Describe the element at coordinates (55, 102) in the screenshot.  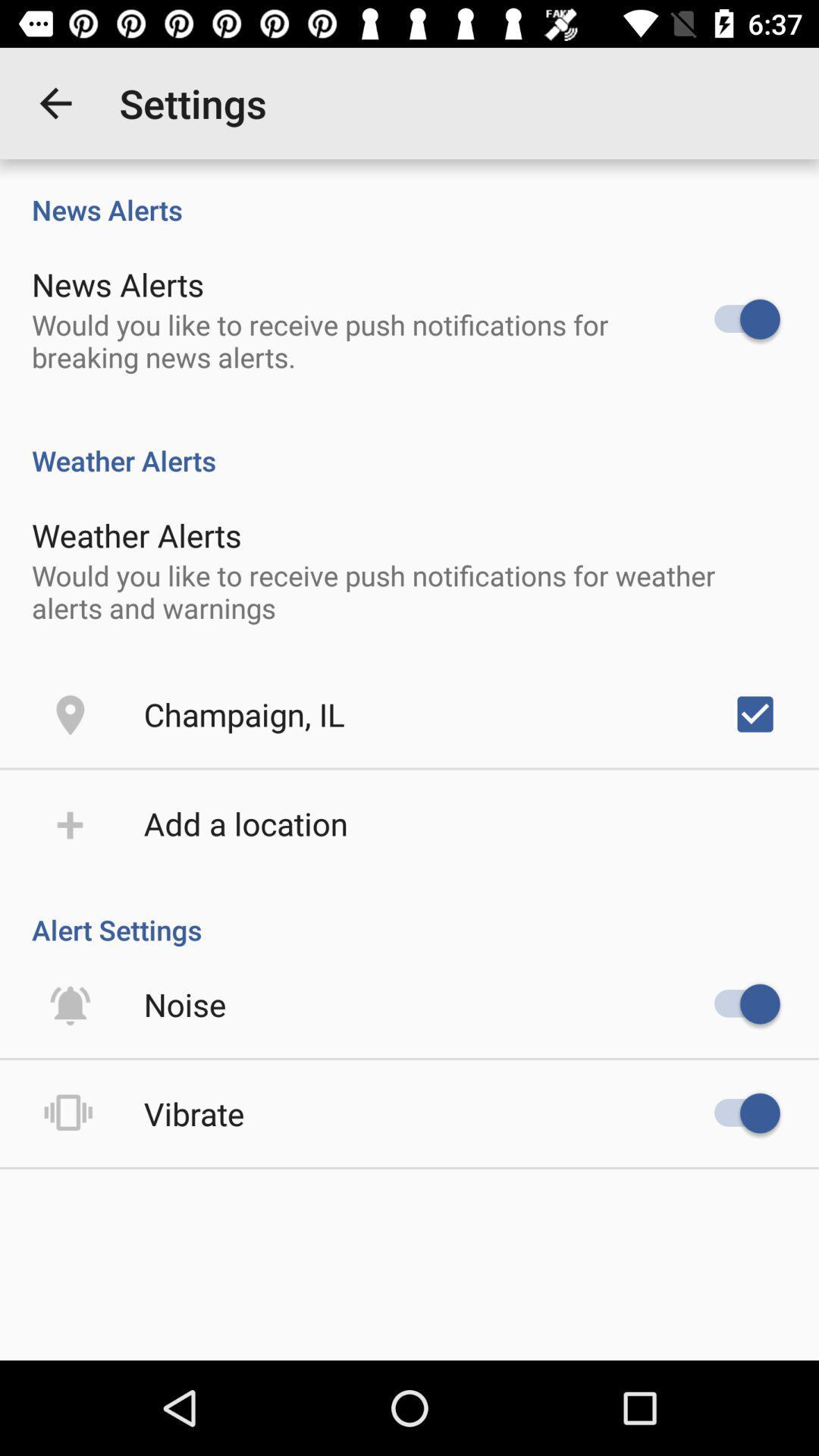
I see `item next to the settings  item` at that location.